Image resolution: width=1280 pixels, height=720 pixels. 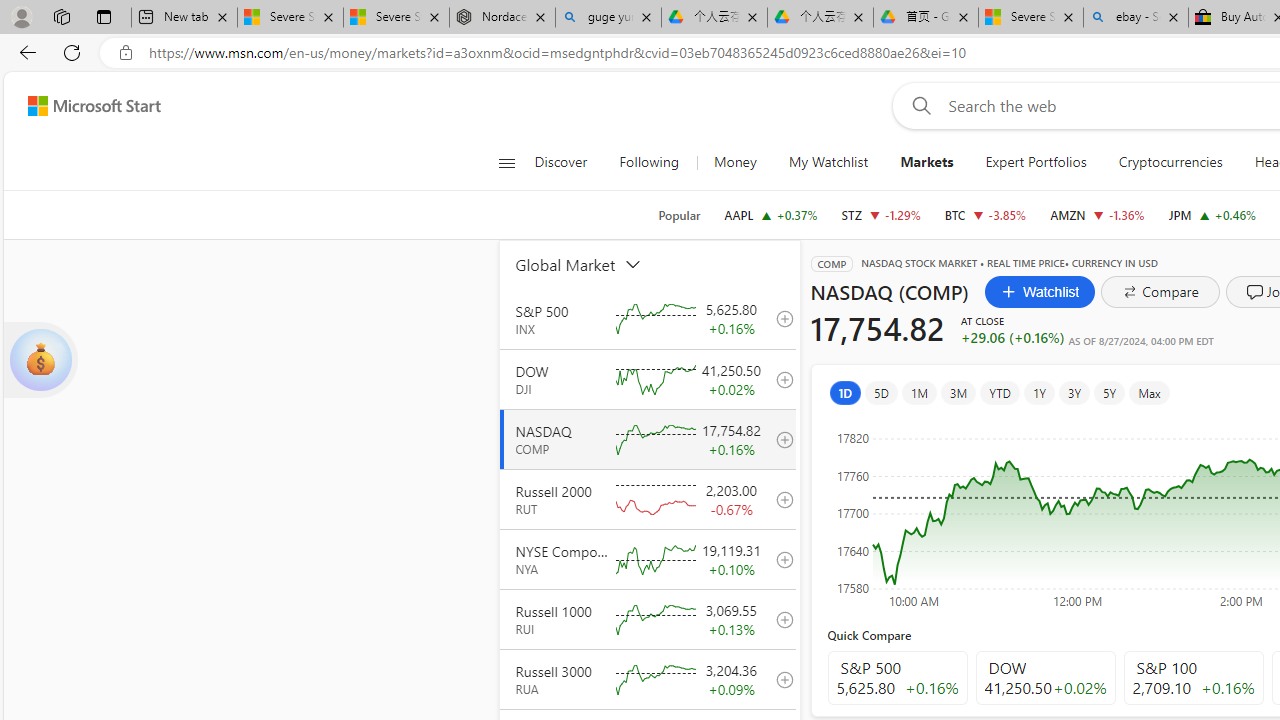 I want to click on 'Expert Portfolios', so click(x=1036, y=162).